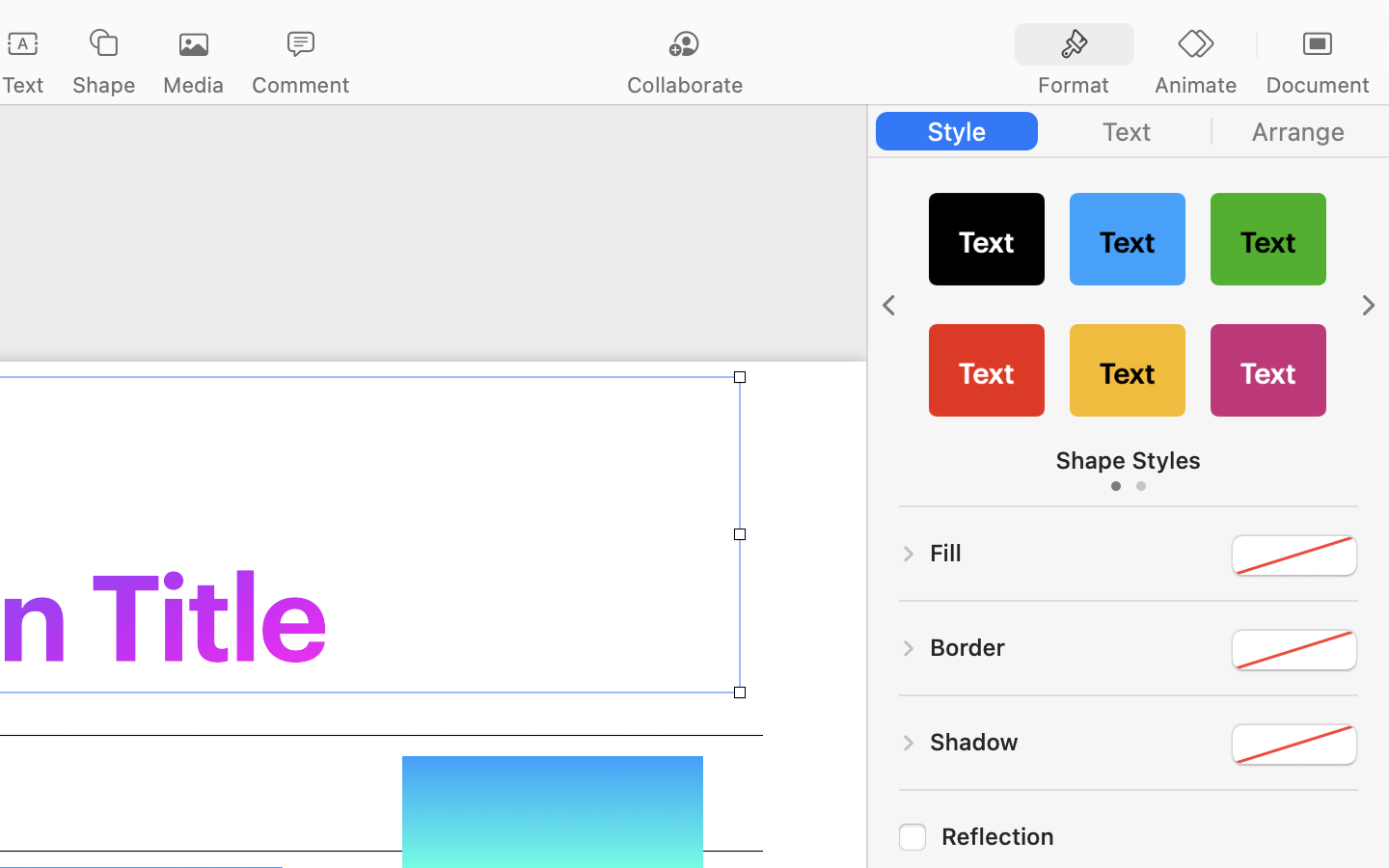  Describe the element at coordinates (973, 740) in the screenshot. I see `'Shadow'` at that location.